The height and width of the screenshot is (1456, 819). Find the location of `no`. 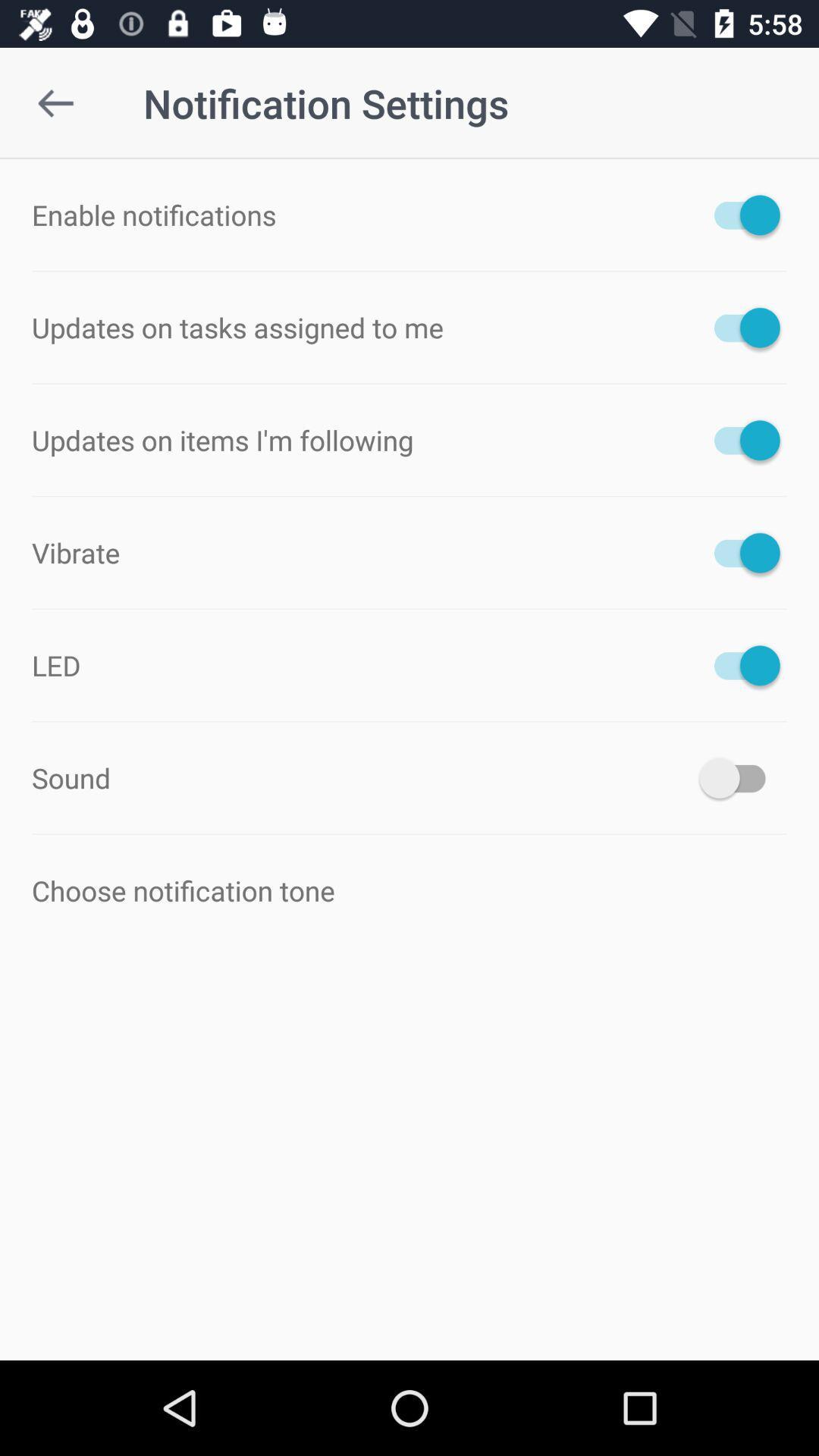

no is located at coordinates (739, 327).